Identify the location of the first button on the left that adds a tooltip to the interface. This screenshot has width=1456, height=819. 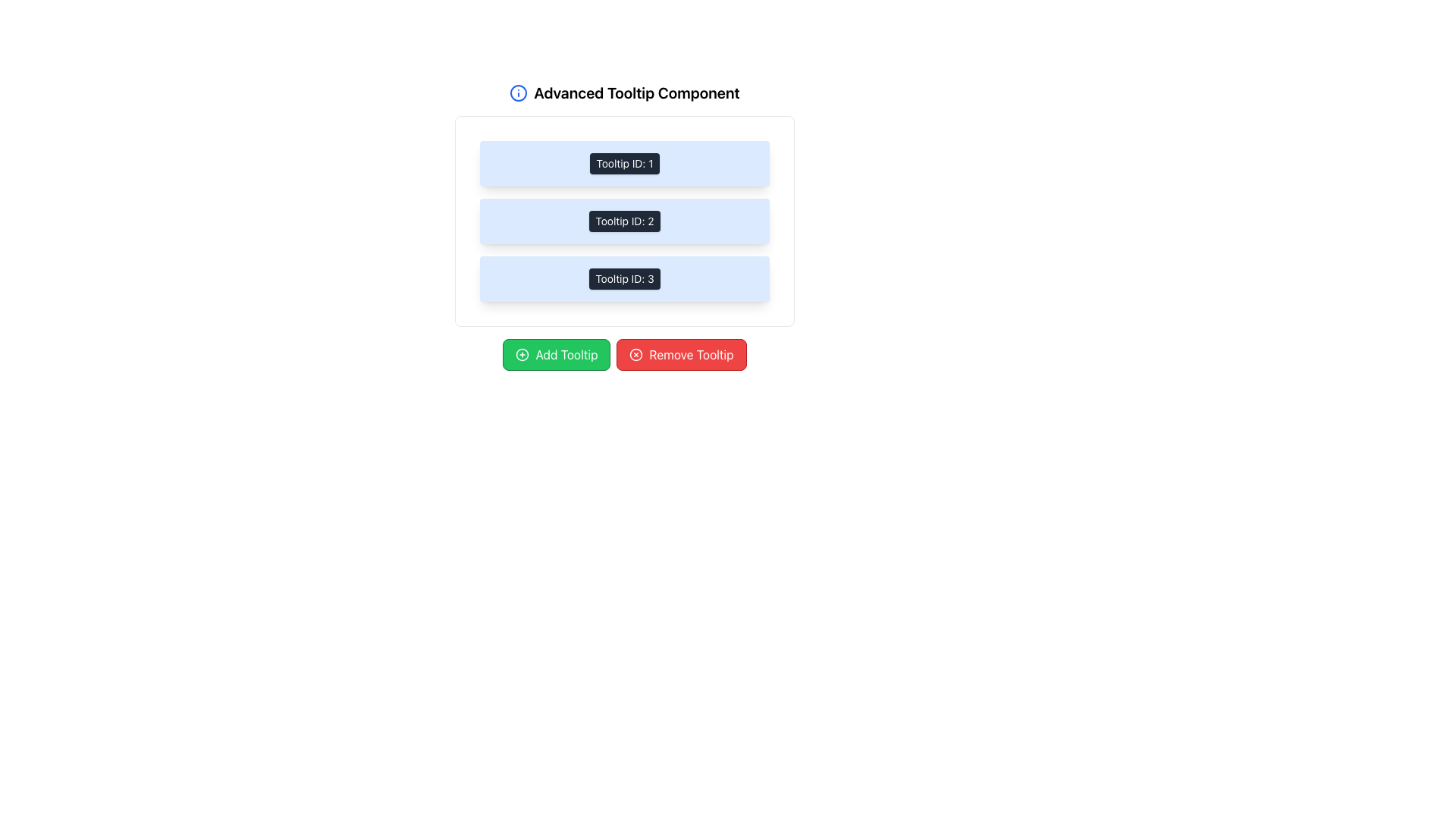
(556, 354).